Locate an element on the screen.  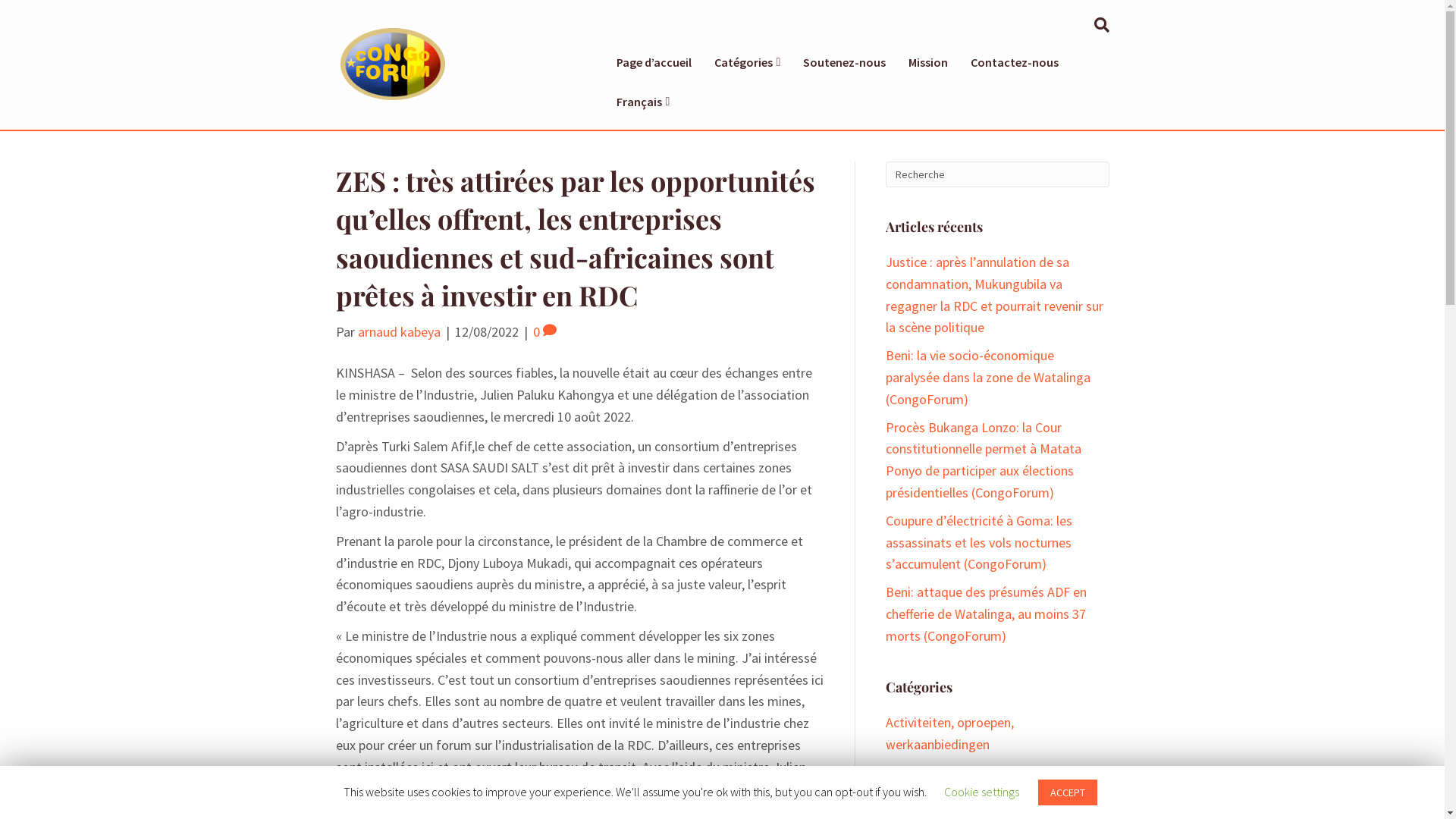
'ACCEPT' is located at coordinates (1066, 792).